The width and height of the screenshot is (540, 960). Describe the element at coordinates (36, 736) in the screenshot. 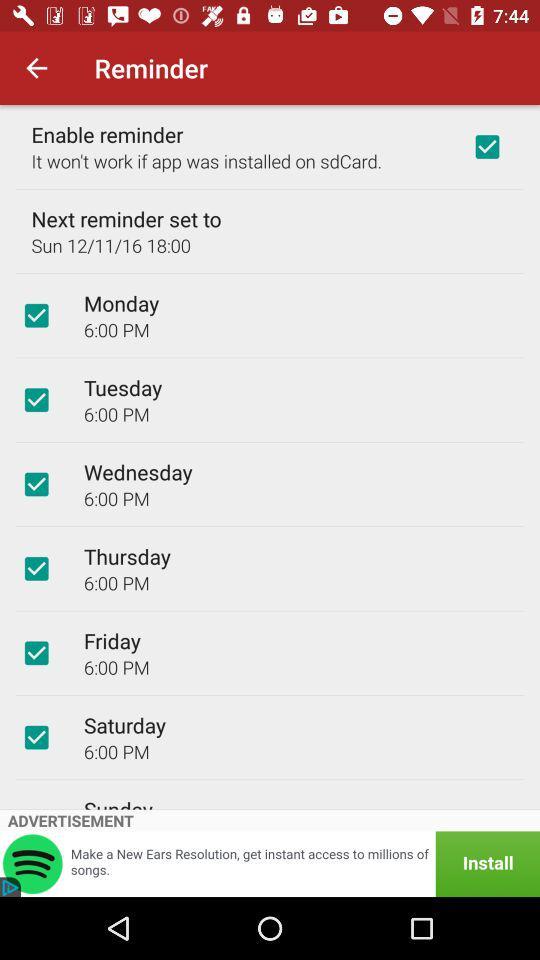

I see `option bar` at that location.